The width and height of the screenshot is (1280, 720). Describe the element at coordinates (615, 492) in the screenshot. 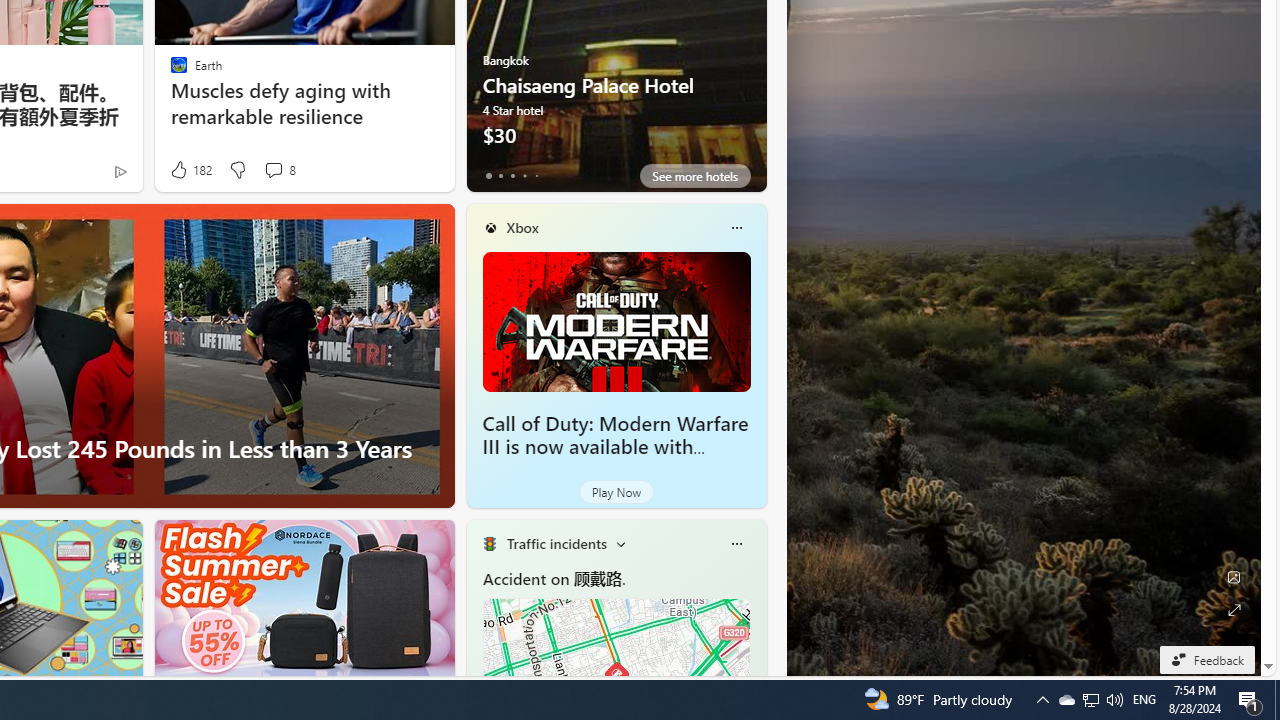

I see `'Play Now'` at that location.